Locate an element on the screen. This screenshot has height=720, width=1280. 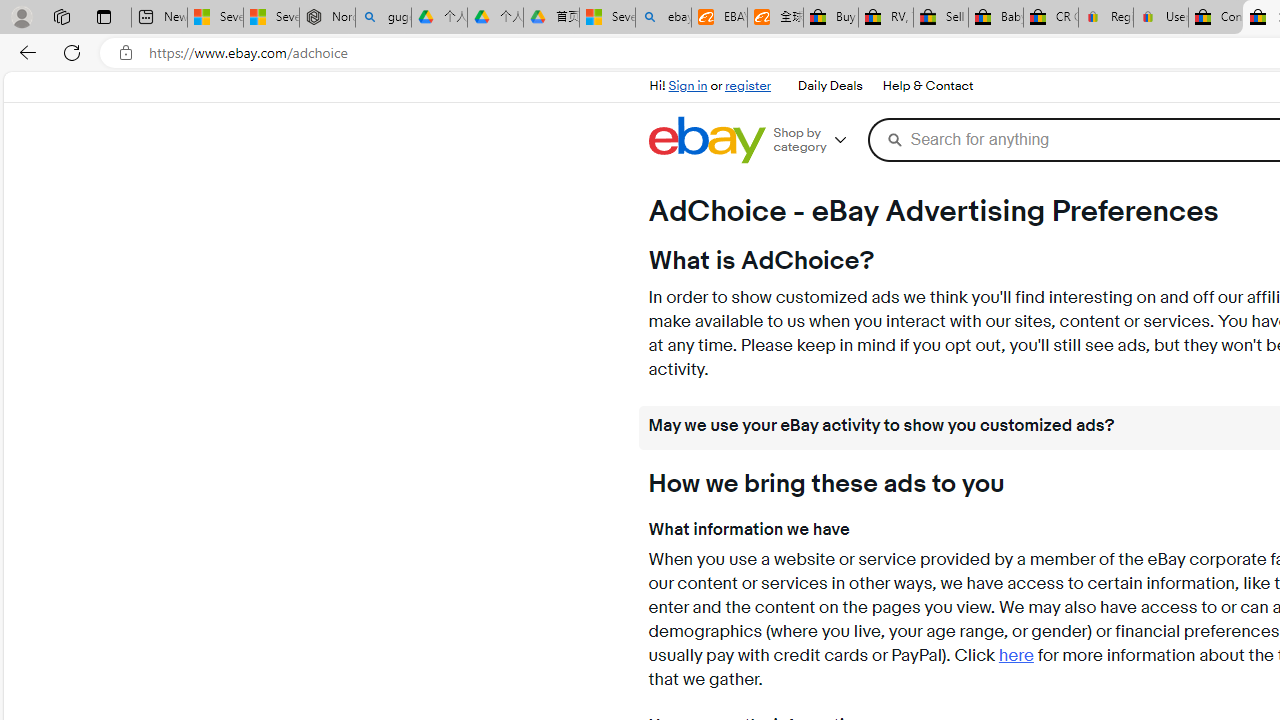
'User Privacy Notice | eBay' is located at coordinates (1160, 17).